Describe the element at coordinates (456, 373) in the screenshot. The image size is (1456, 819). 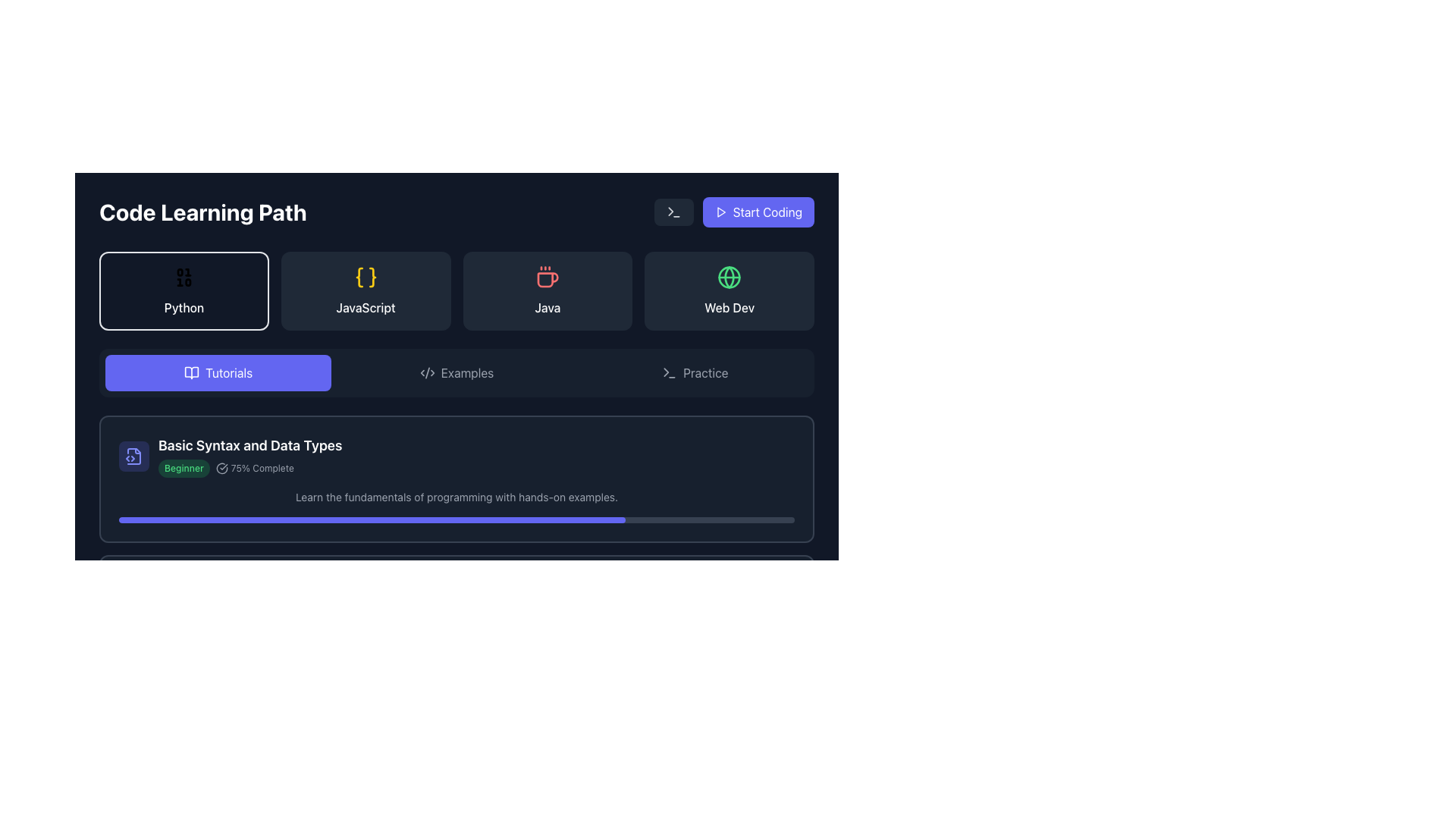
I see `the 'Examples' button, which is a rectangular button with a dark color theme and an icon of angled brackets '<>' to its left` at that location.